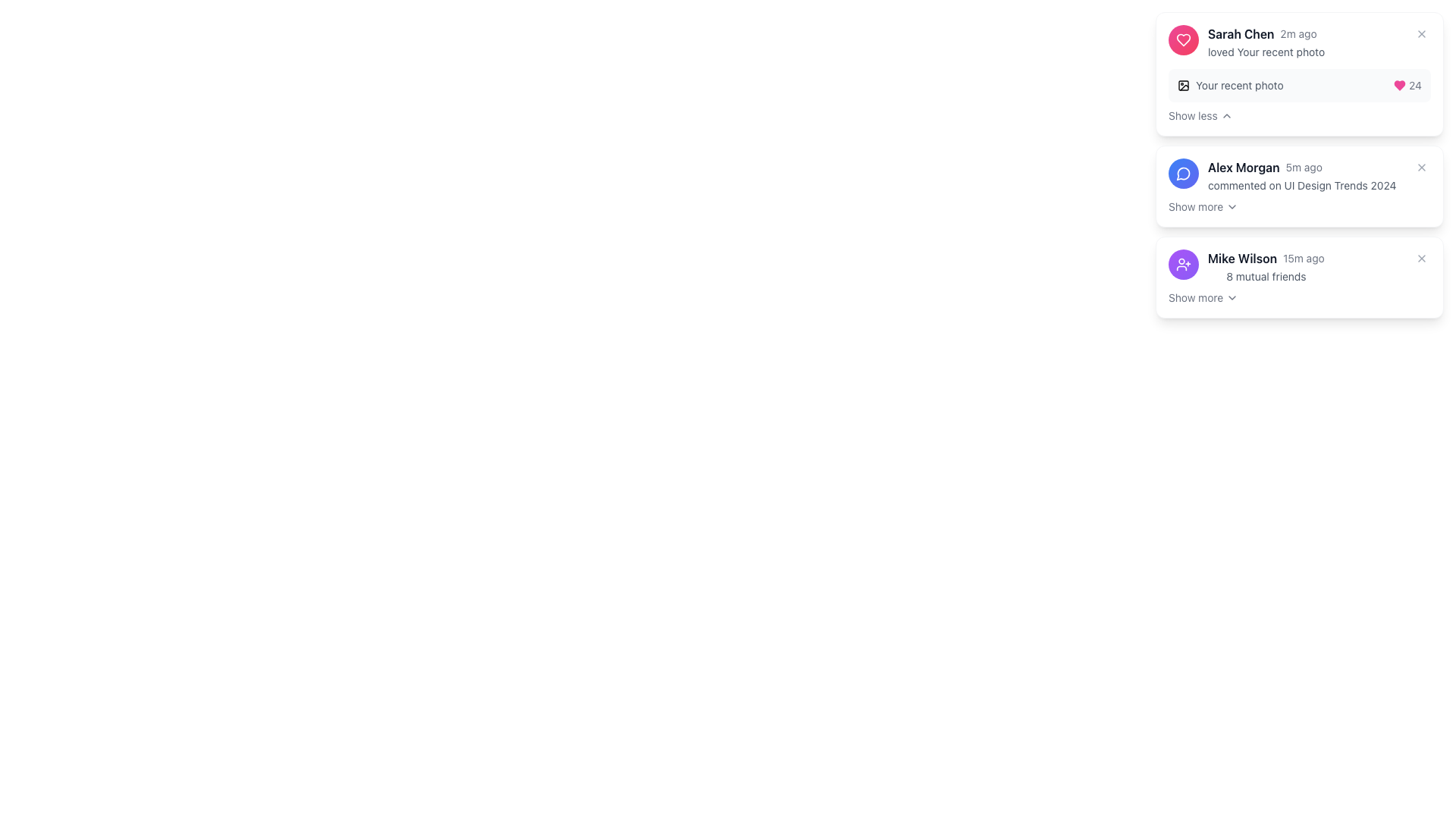 The height and width of the screenshot is (819, 1456). What do you see at coordinates (1282, 174) in the screenshot?
I see `the notification related to 'UI Design Trends 2024' by Alex Morgan` at bounding box center [1282, 174].